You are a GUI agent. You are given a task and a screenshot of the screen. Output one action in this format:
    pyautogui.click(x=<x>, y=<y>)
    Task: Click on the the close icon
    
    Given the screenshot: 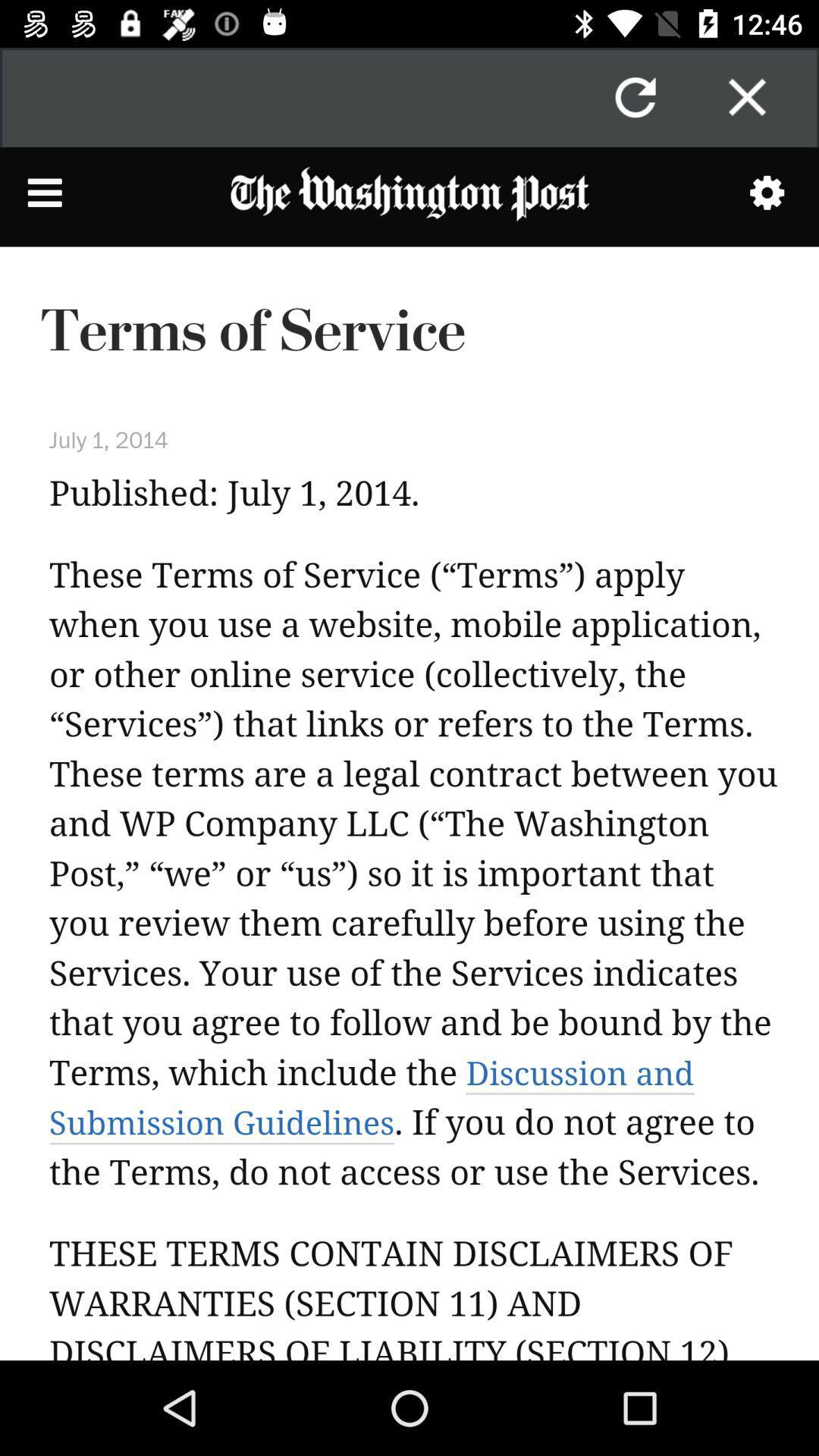 What is the action you would take?
    pyautogui.click(x=746, y=96)
    